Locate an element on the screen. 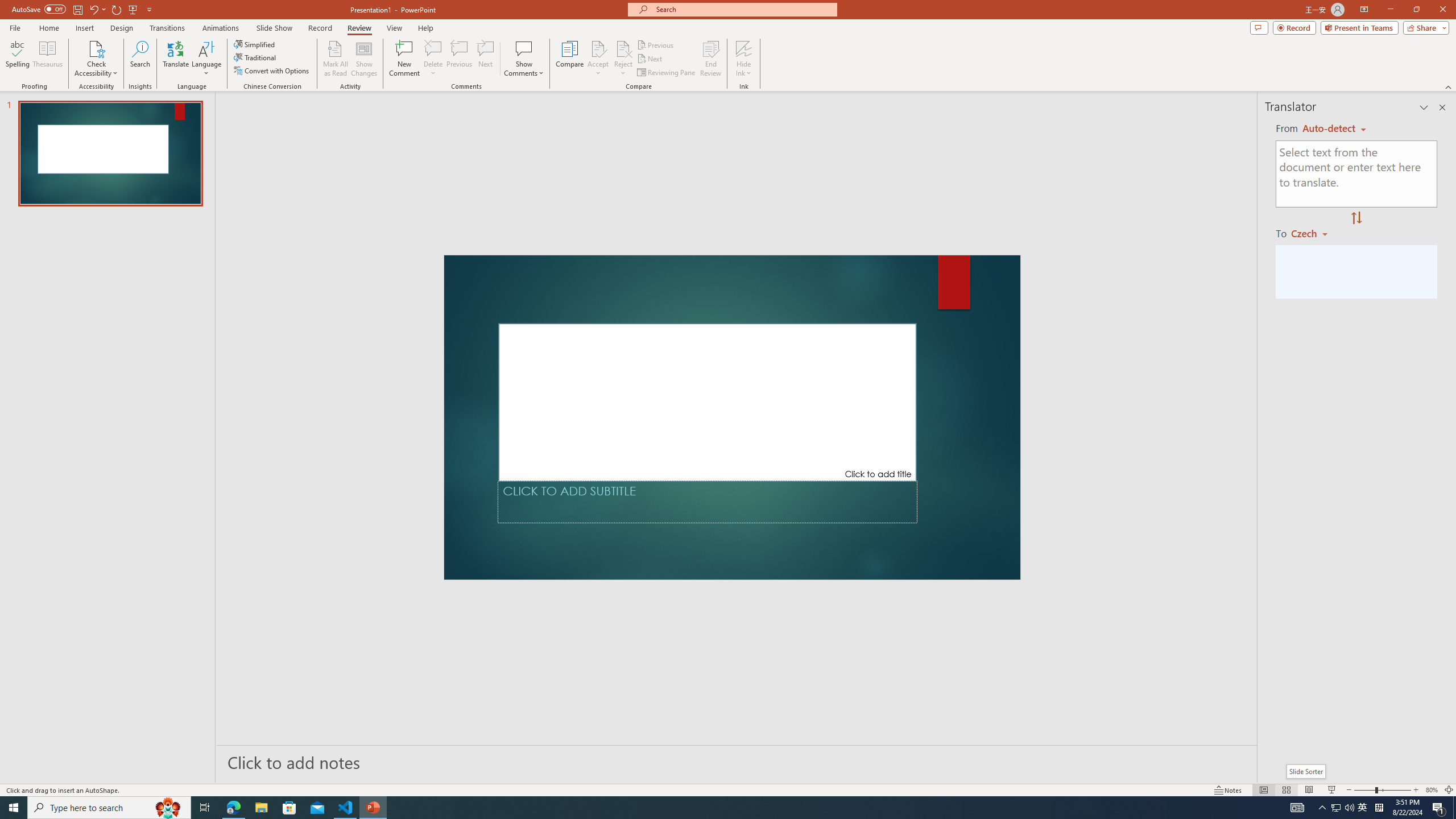 This screenshot has height=819, width=1456. 'Close pane' is located at coordinates (1442, 107).